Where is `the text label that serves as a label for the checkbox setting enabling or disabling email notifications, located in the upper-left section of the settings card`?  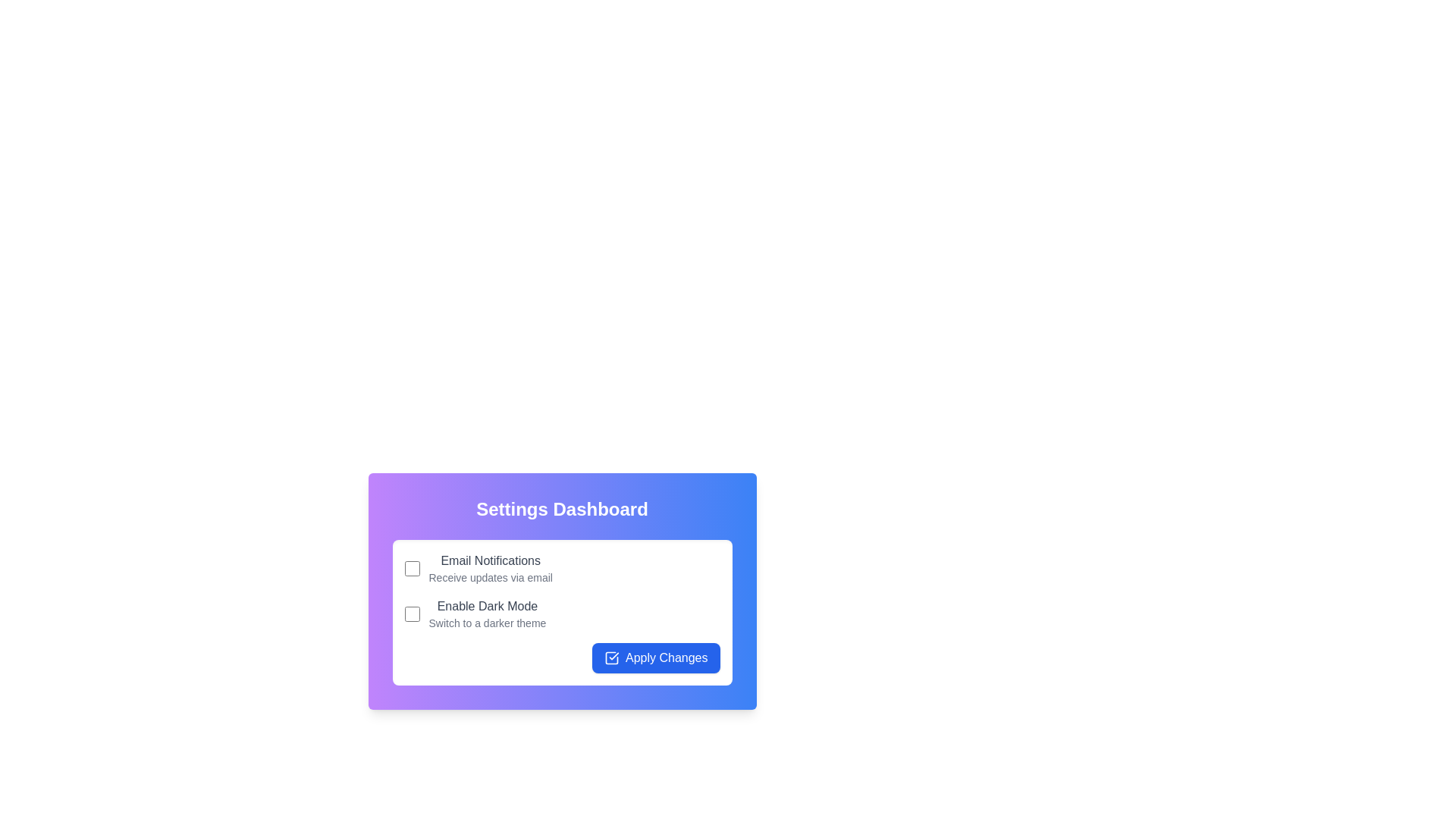 the text label that serves as a label for the checkbox setting enabling or disabling email notifications, located in the upper-left section of the settings card is located at coordinates (491, 560).